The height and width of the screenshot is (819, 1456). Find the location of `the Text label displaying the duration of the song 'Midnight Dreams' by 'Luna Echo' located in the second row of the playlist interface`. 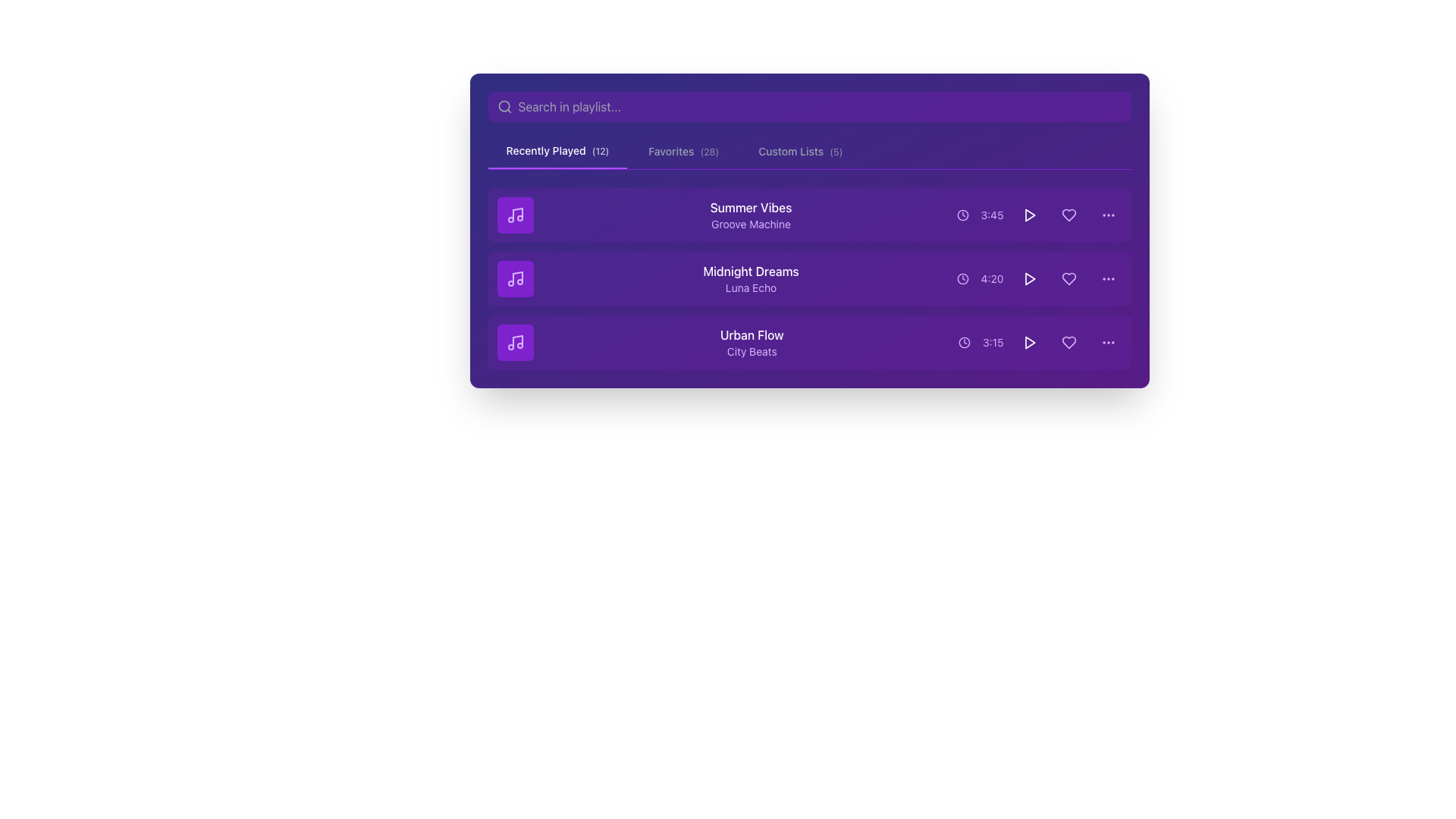

the Text label displaying the duration of the song 'Midnight Dreams' by 'Luna Echo' located in the second row of the playlist interface is located at coordinates (992, 278).